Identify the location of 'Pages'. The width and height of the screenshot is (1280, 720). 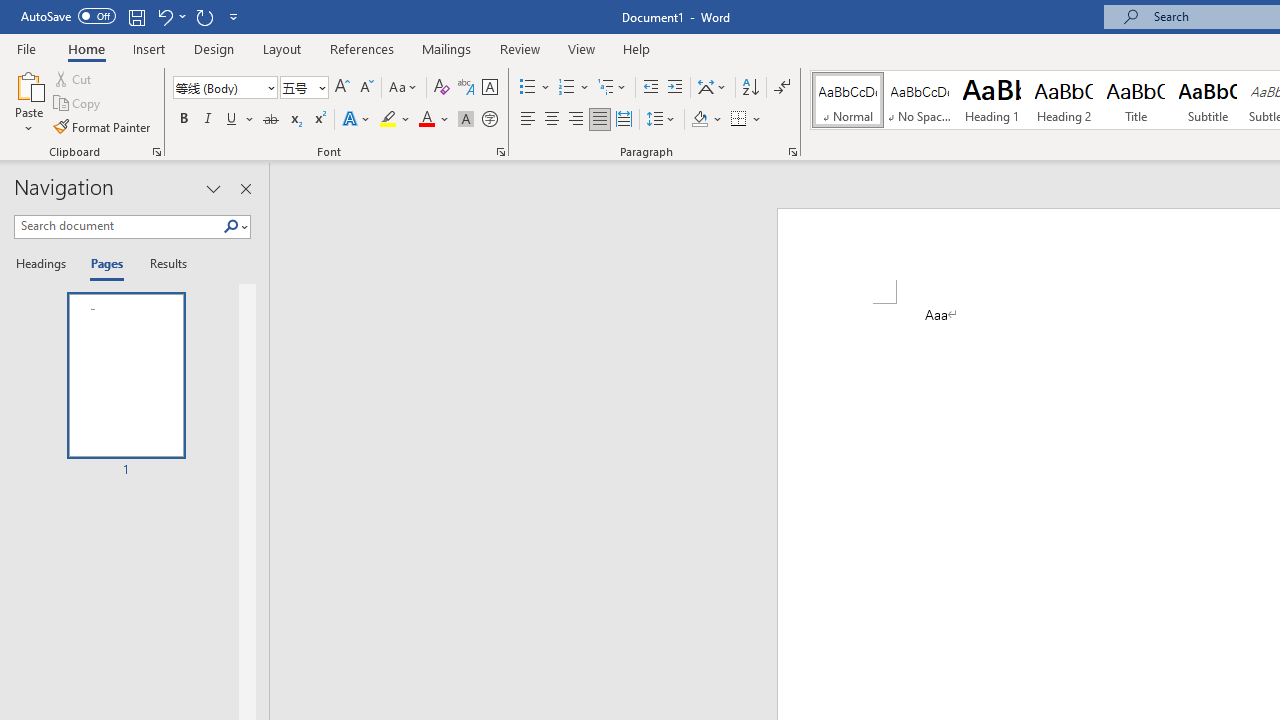
(104, 264).